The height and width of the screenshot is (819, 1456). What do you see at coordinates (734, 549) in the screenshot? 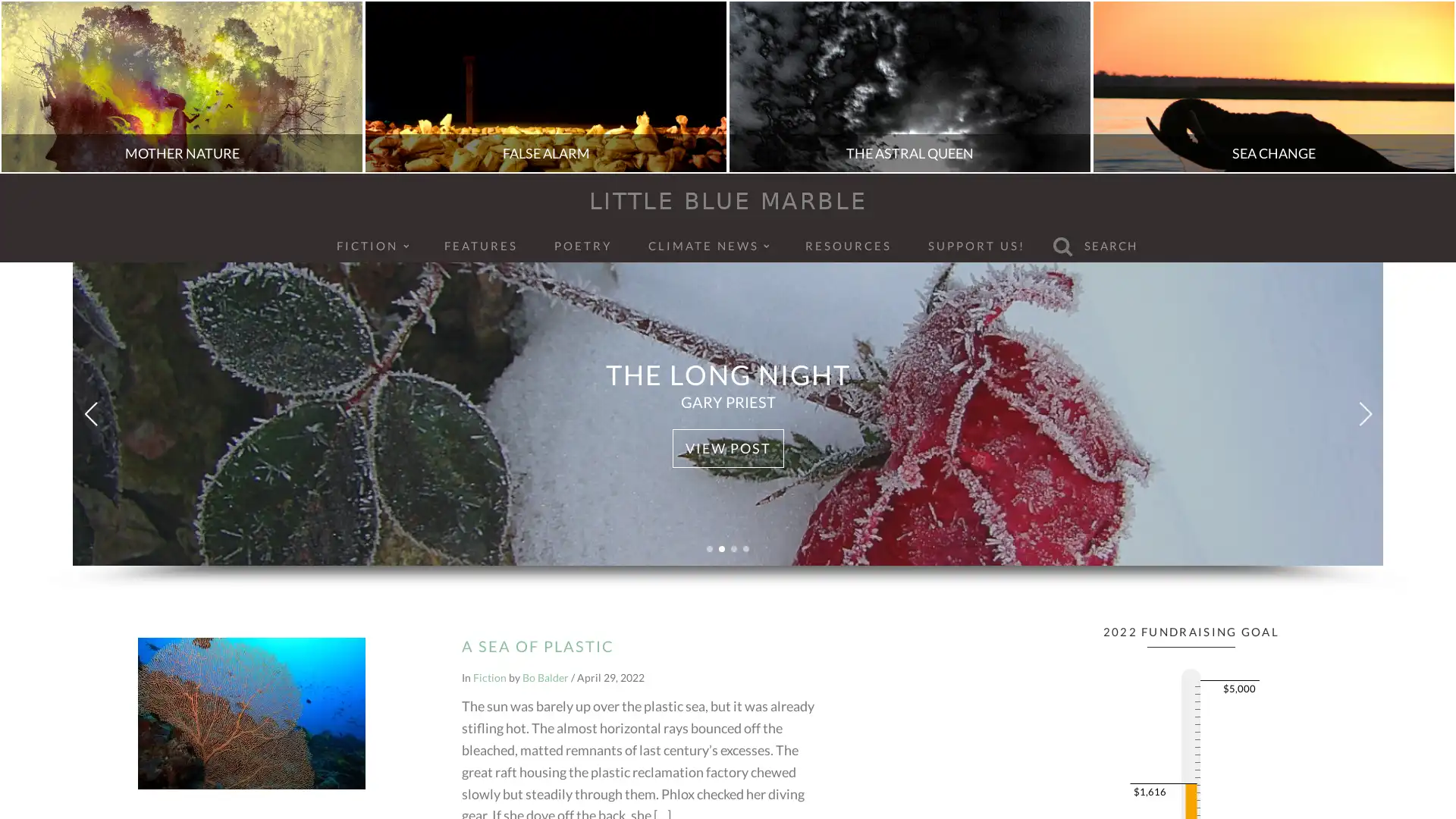
I see `Go to slide 3` at bounding box center [734, 549].